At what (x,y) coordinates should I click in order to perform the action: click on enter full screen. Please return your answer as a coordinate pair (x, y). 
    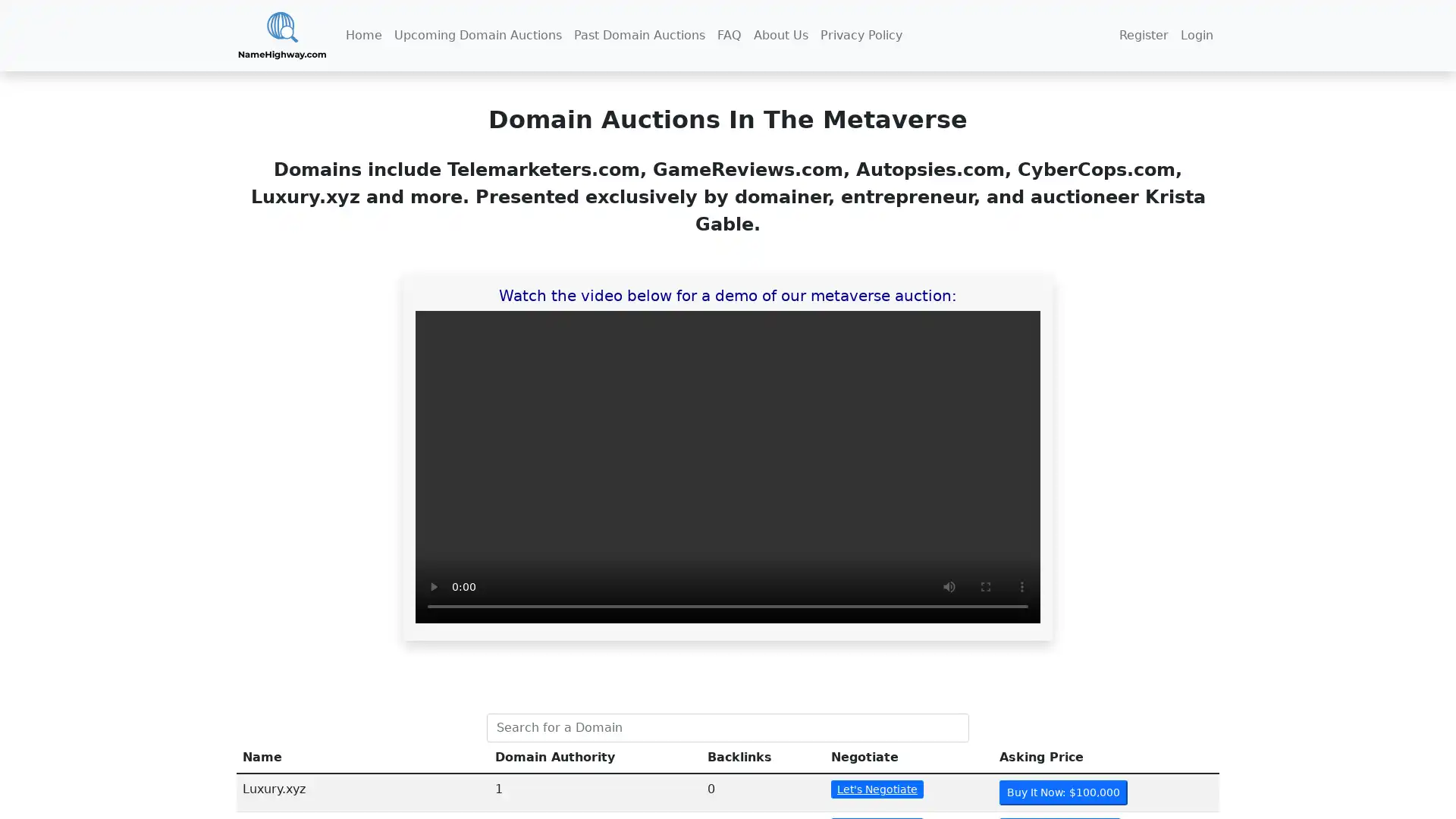
    Looking at the image, I should click on (986, 586).